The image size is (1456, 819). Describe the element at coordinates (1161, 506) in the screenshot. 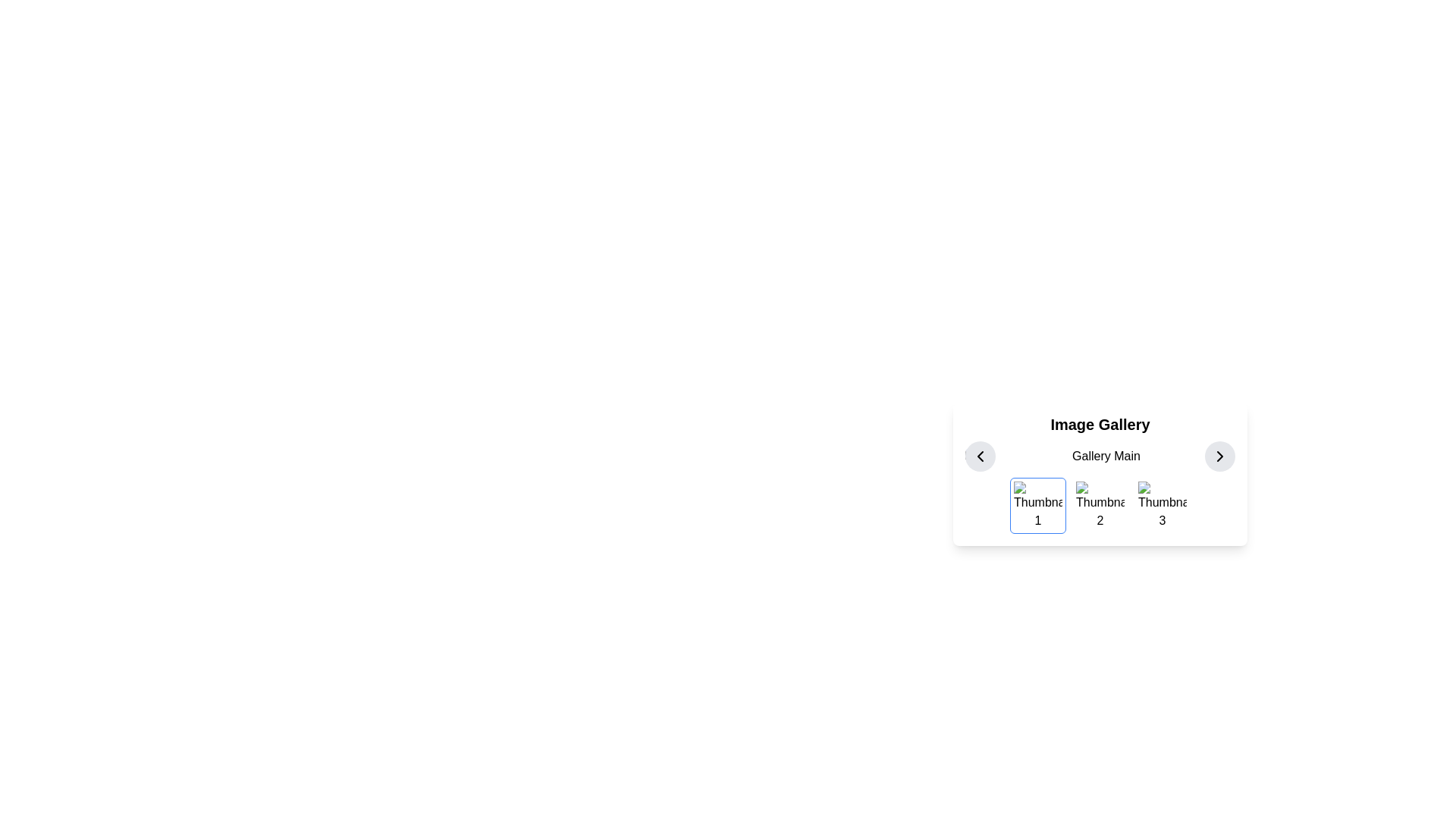

I see `the third thumbnail in the 'Image Gallery'` at that location.